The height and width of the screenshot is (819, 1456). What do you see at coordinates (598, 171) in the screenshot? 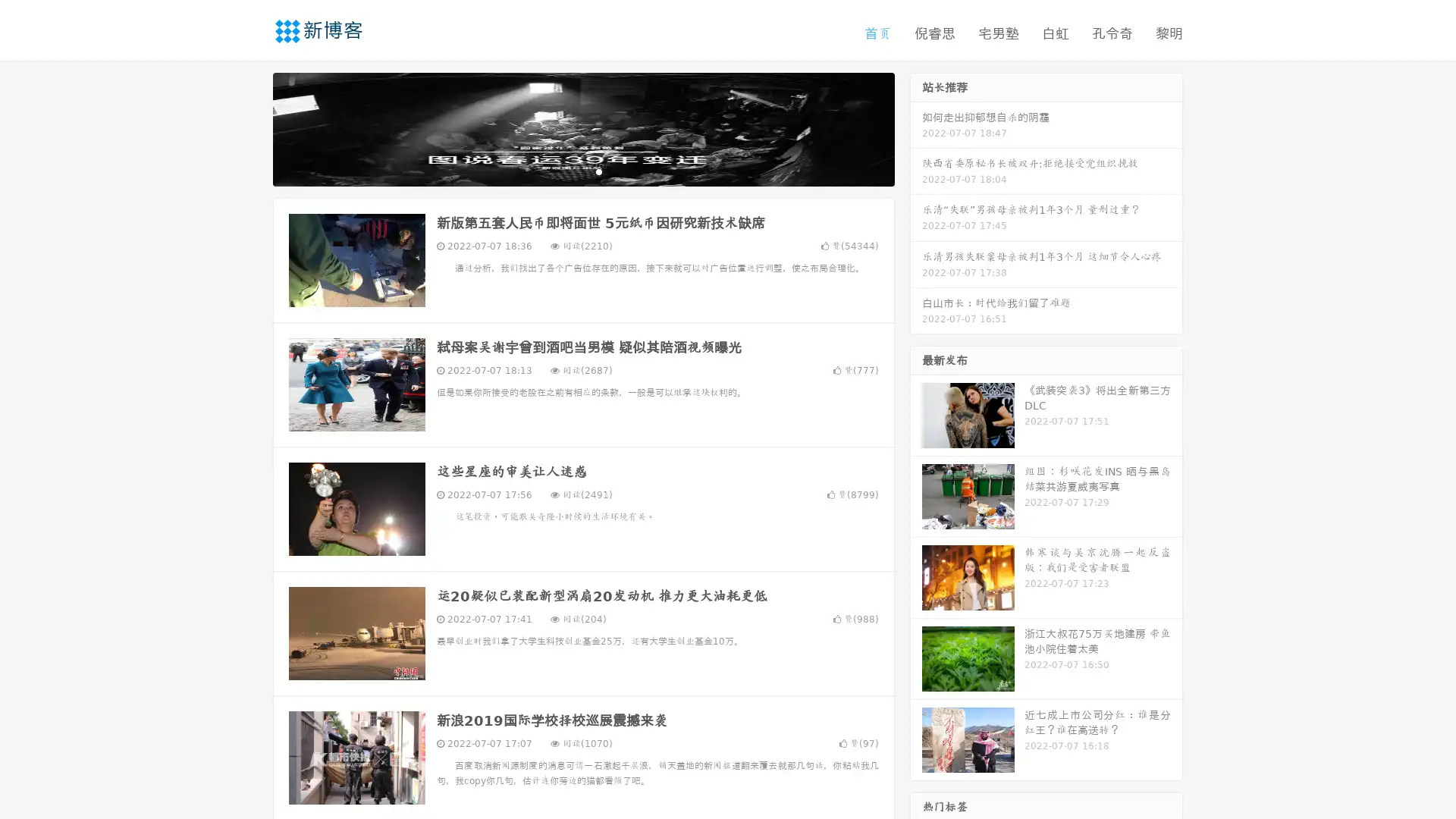
I see `Go to slide 3` at bounding box center [598, 171].